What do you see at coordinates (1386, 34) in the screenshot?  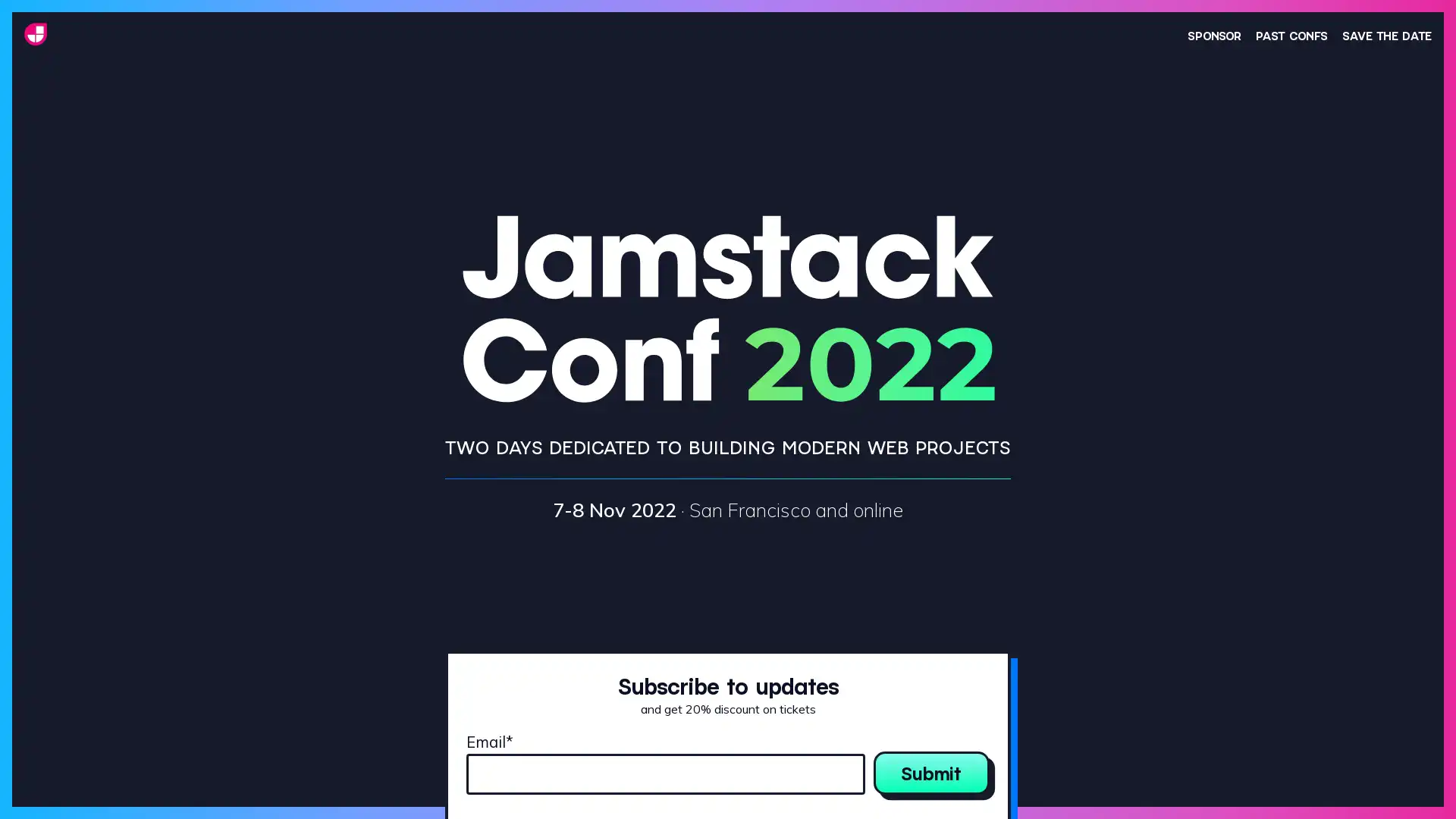 I see `SAVE THE DATE` at bounding box center [1386, 34].